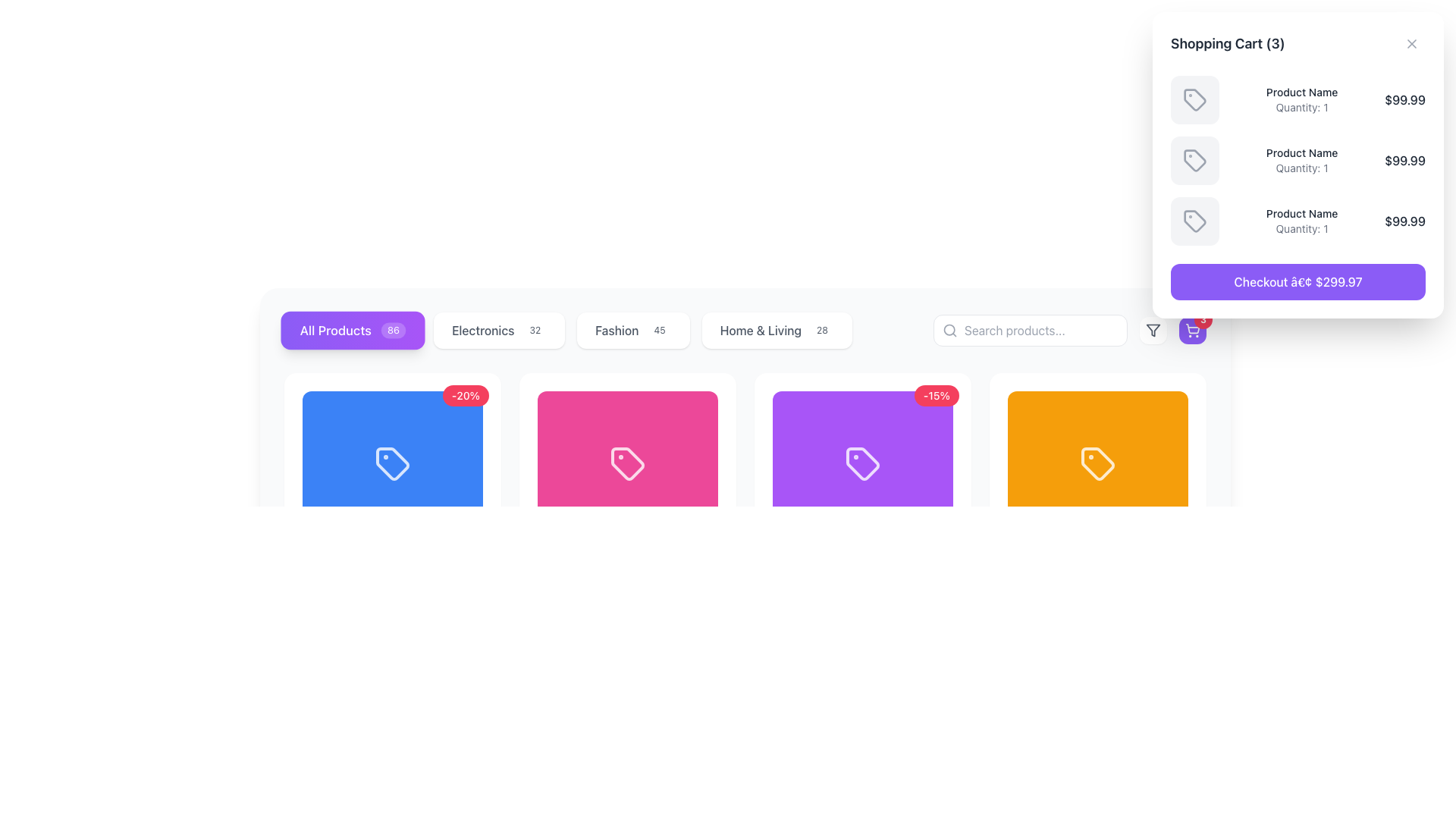  Describe the element at coordinates (761, 329) in the screenshot. I see `the 'Home & Living' text label which serves as a navigation option for filtering items in the category list` at that location.